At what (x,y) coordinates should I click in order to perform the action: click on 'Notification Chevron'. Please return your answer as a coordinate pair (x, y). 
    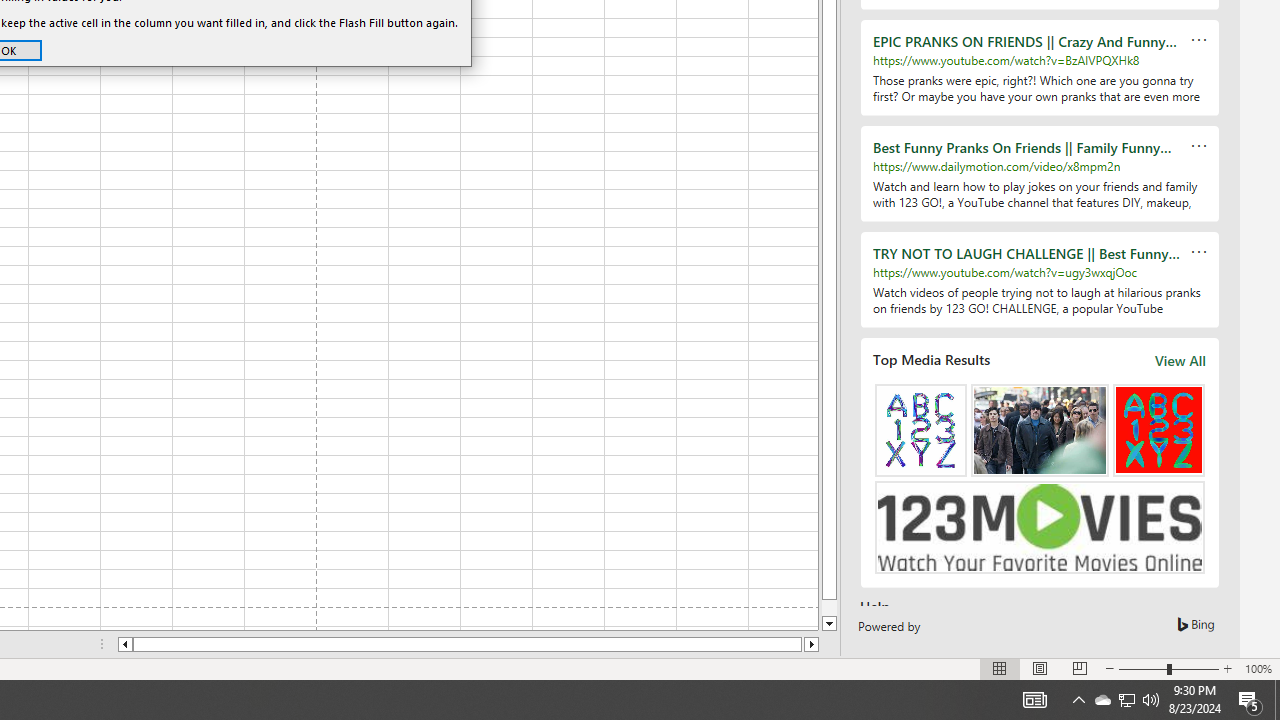
    Looking at the image, I should click on (1127, 698).